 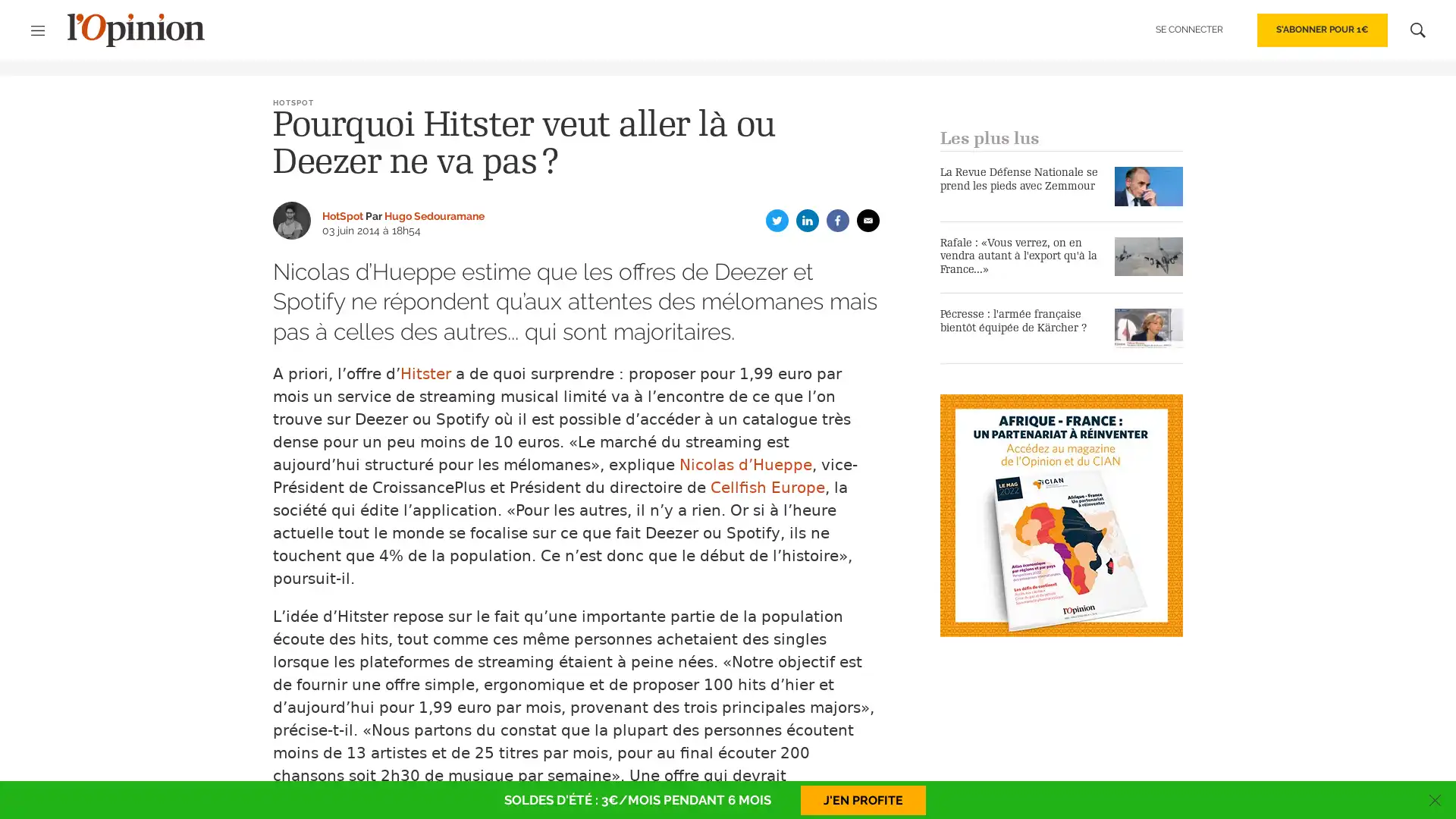 What do you see at coordinates (45, 30) in the screenshot?
I see `Menu` at bounding box center [45, 30].